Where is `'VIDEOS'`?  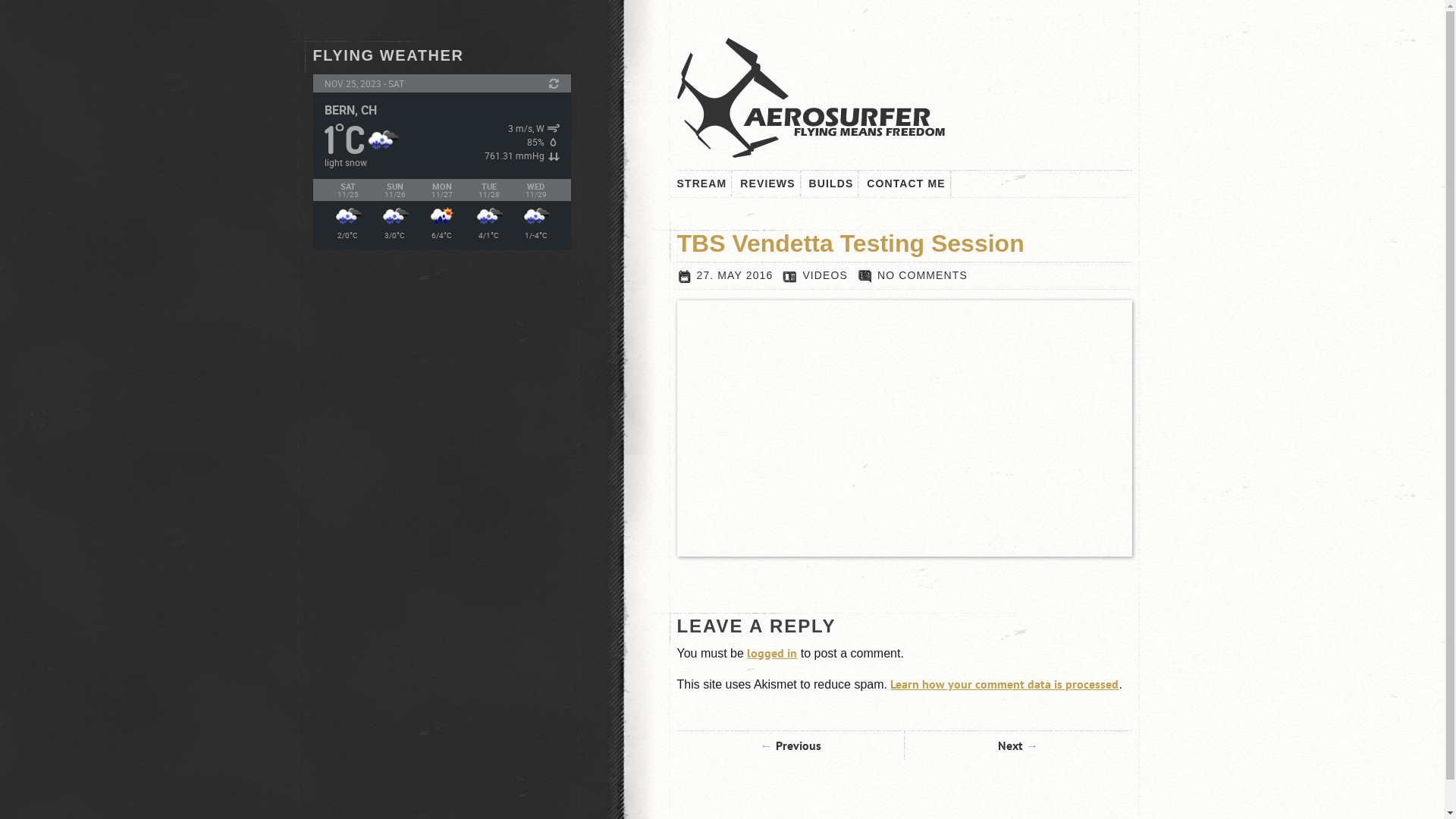 'VIDEOS' is located at coordinates (824, 275).